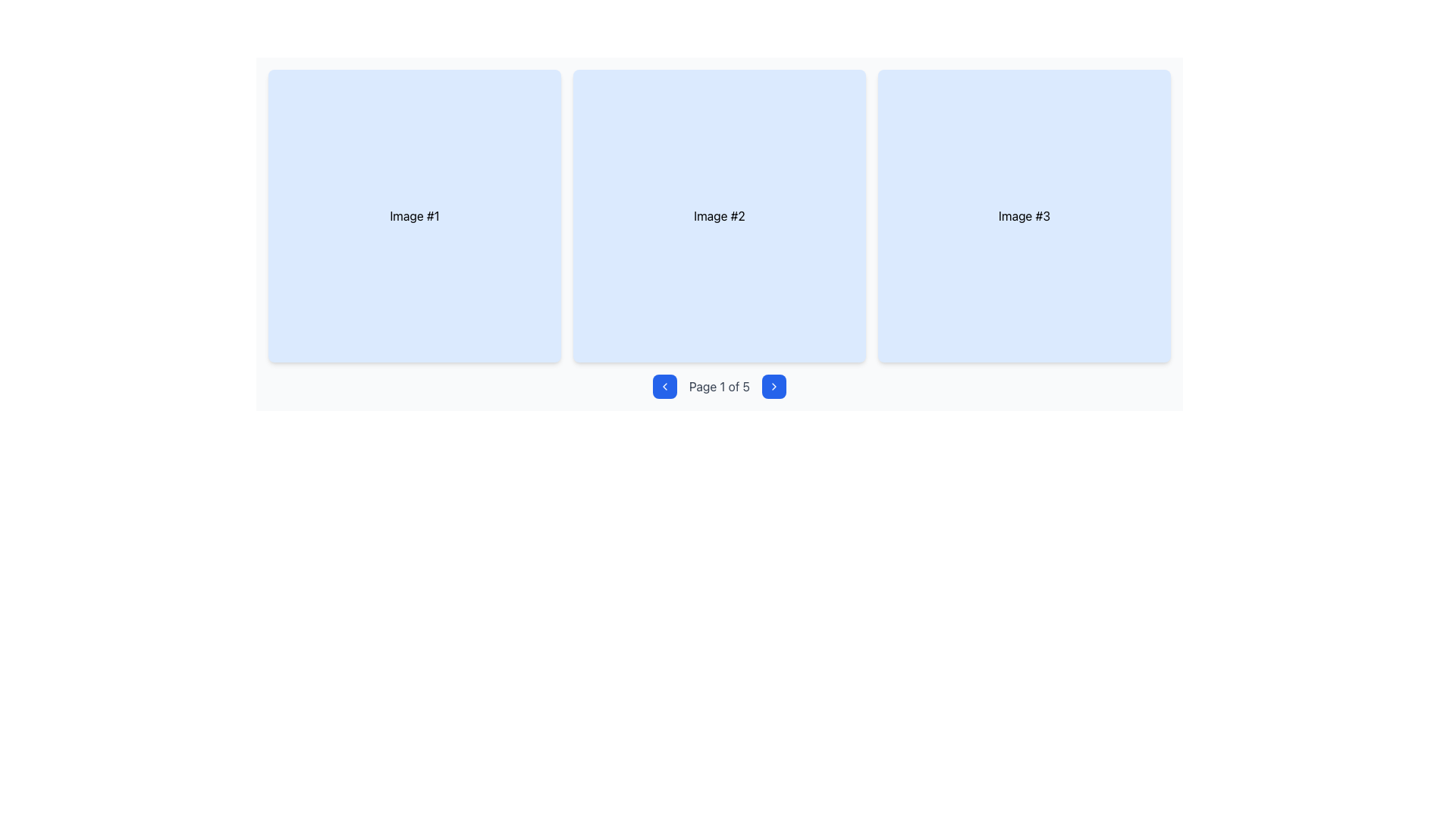 The image size is (1456, 819). What do you see at coordinates (774, 385) in the screenshot?
I see `the button with a blue background and white text featuring a rightward pointing arrow icon, located next to 'Page 1 of 5', to trigger the visual feedback effect` at bounding box center [774, 385].